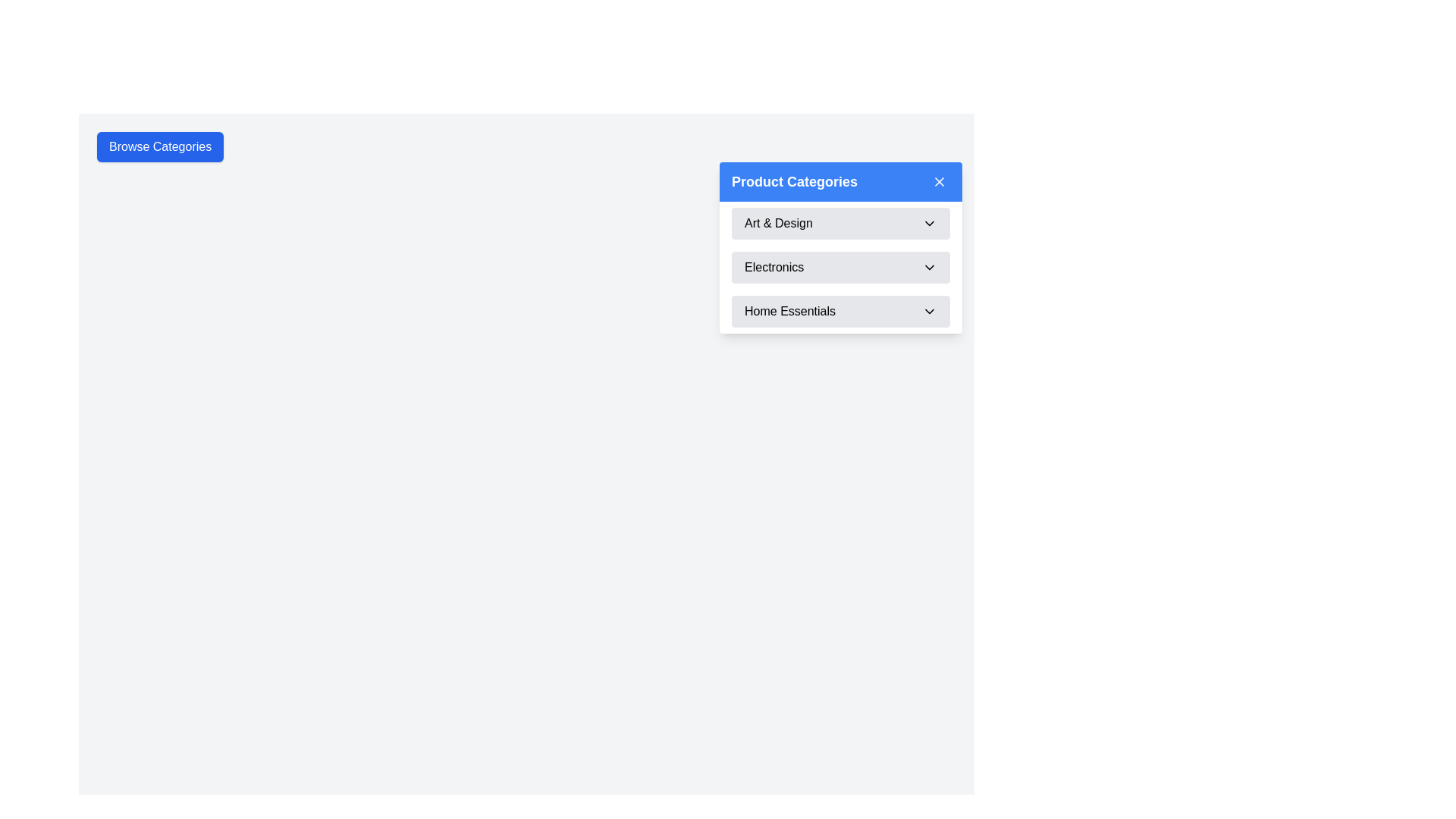  I want to click on the 'Electronics' dropdown menu option, so click(839, 267).